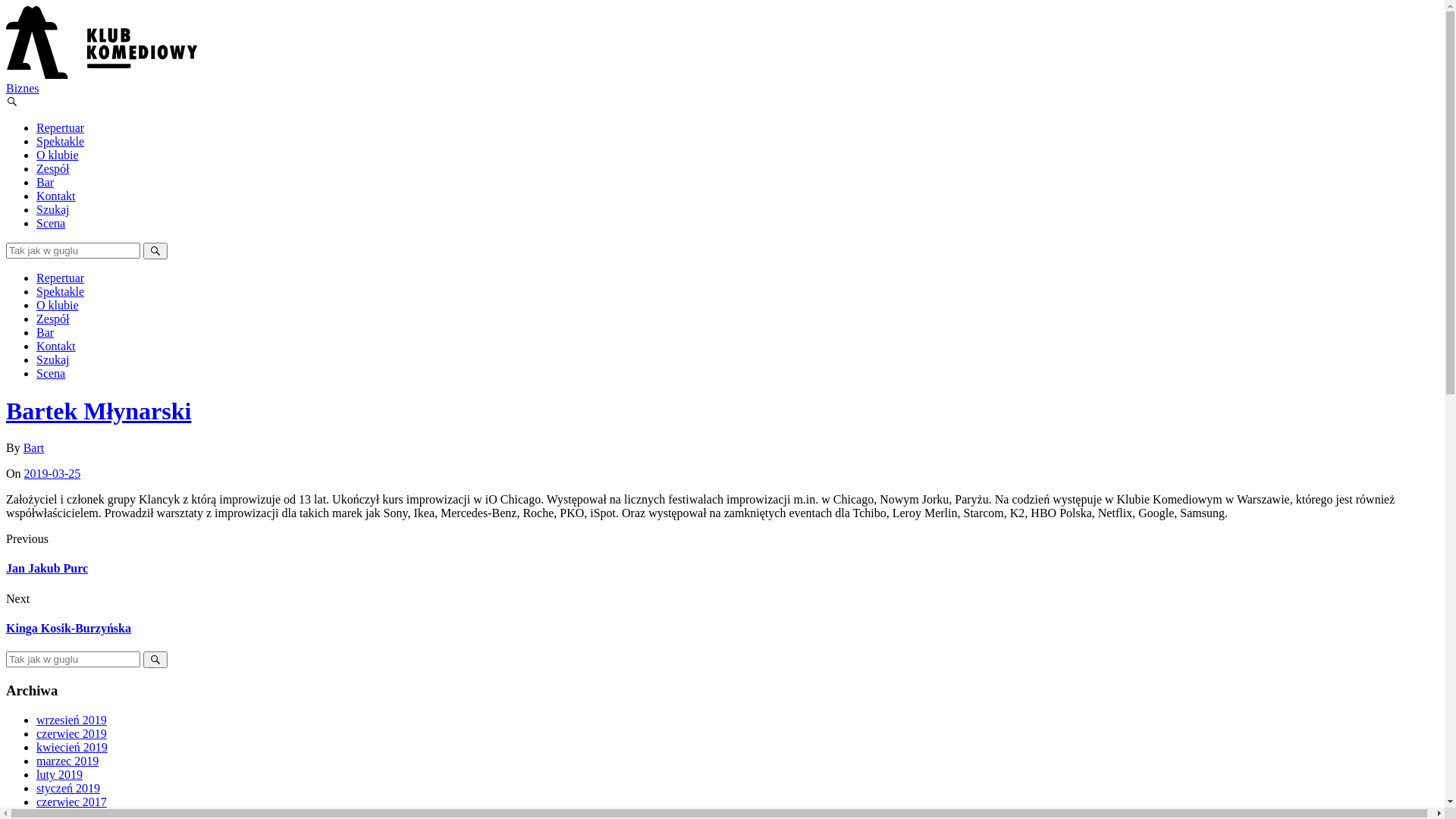  Describe the element at coordinates (22, 88) in the screenshot. I see `'Biznes'` at that location.